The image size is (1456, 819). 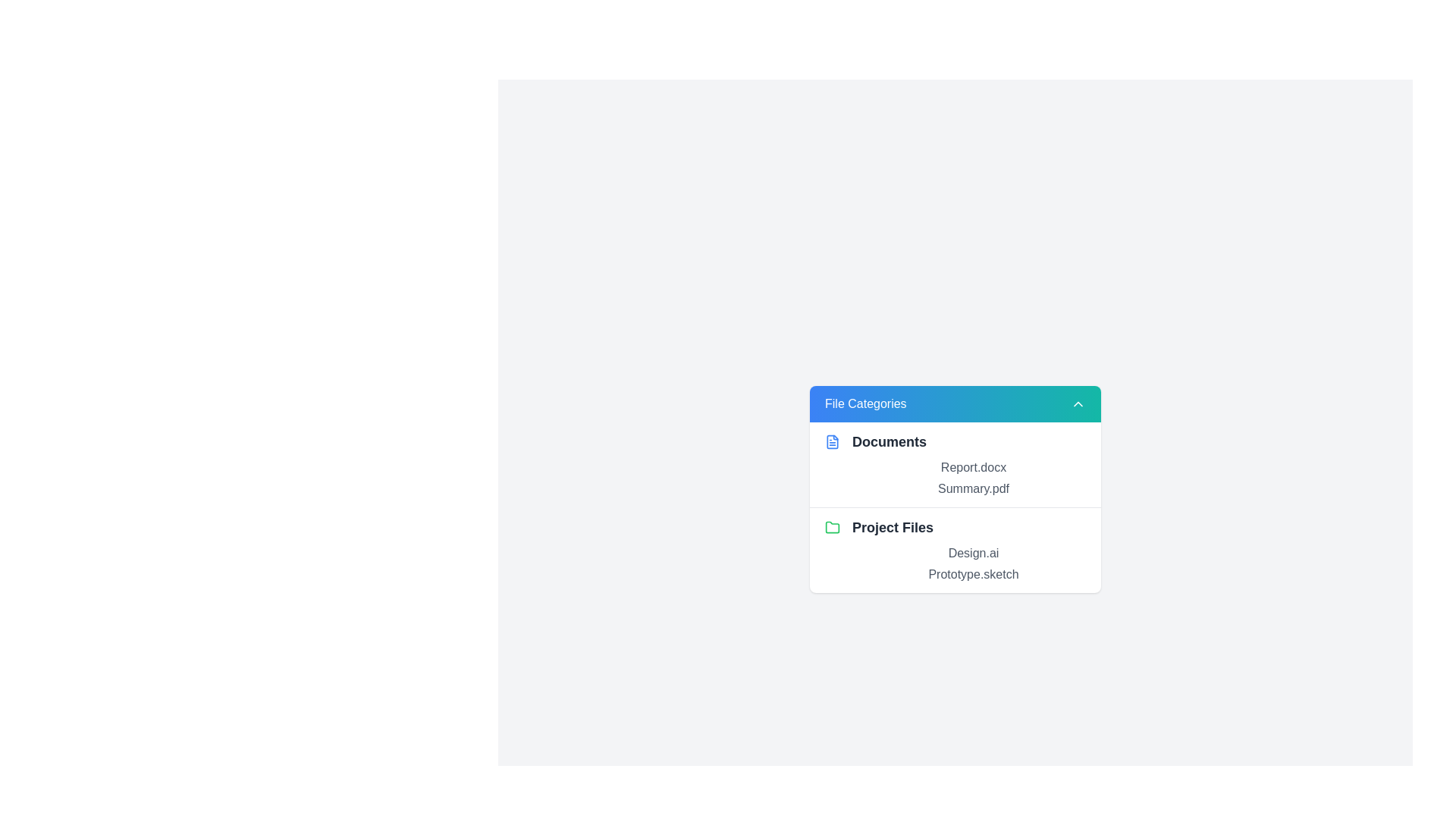 I want to click on the 'Documents' text label, which is styled in bold, large dark gray text against a light background, located to the right of the document icon in the 'File Categories' section, so click(x=889, y=441).